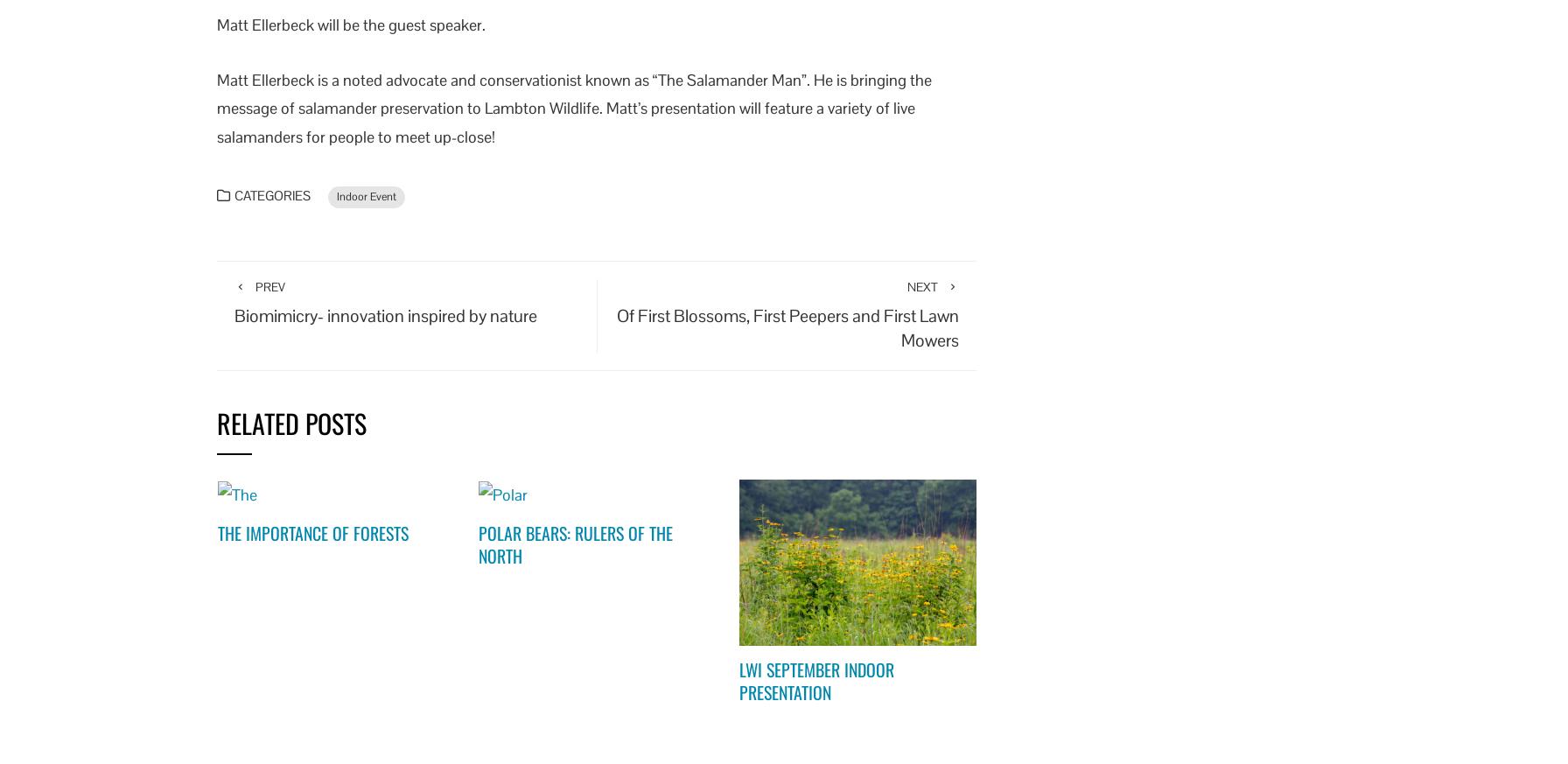  What do you see at coordinates (272, 193) in the screenshot?
I see `'Categories'` at bounding box center [272, 193].